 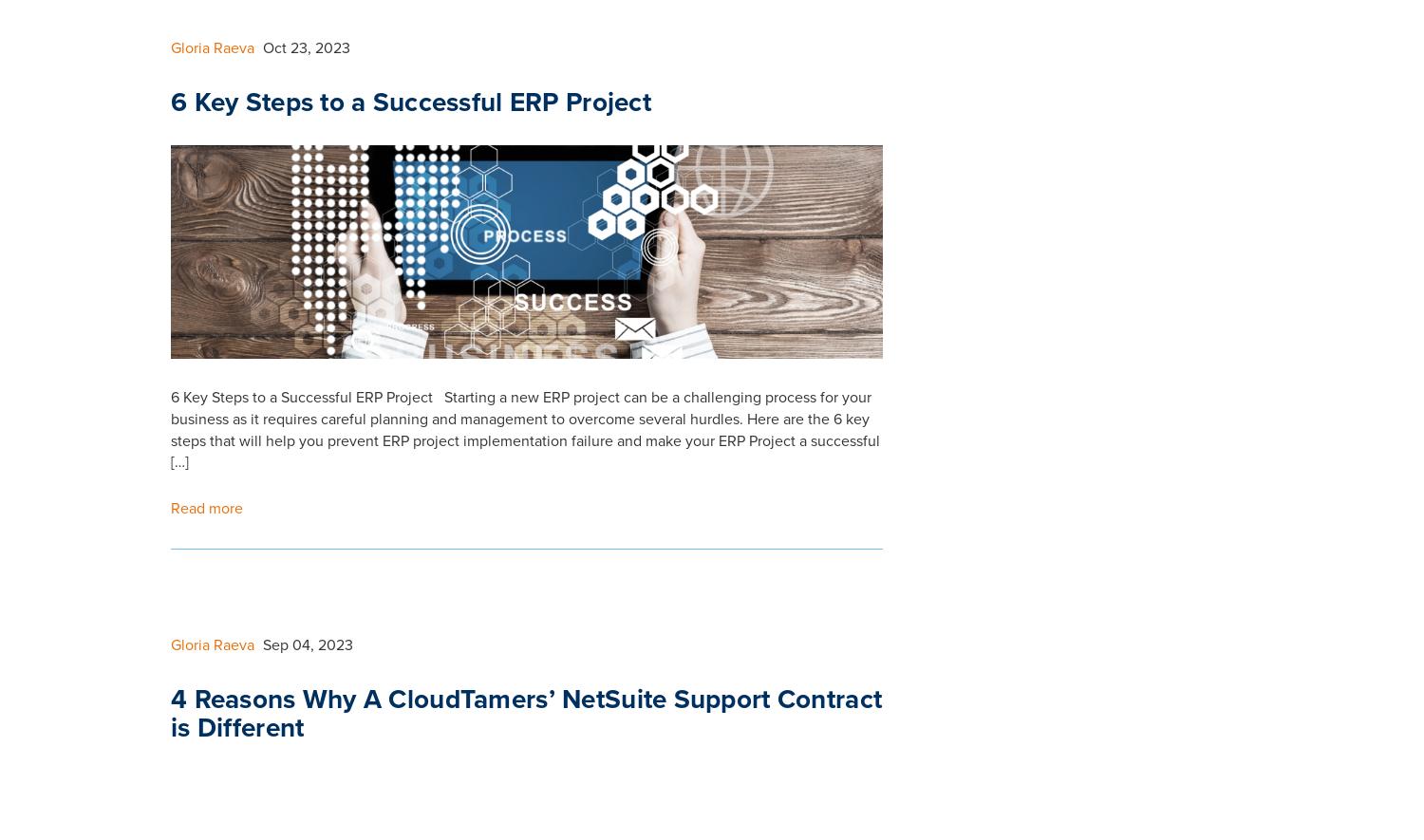 What do you see at coordinates (308, 63) in the screenshot?
I see `'Aug 08, 2023'` at bounding box center [308, 63].